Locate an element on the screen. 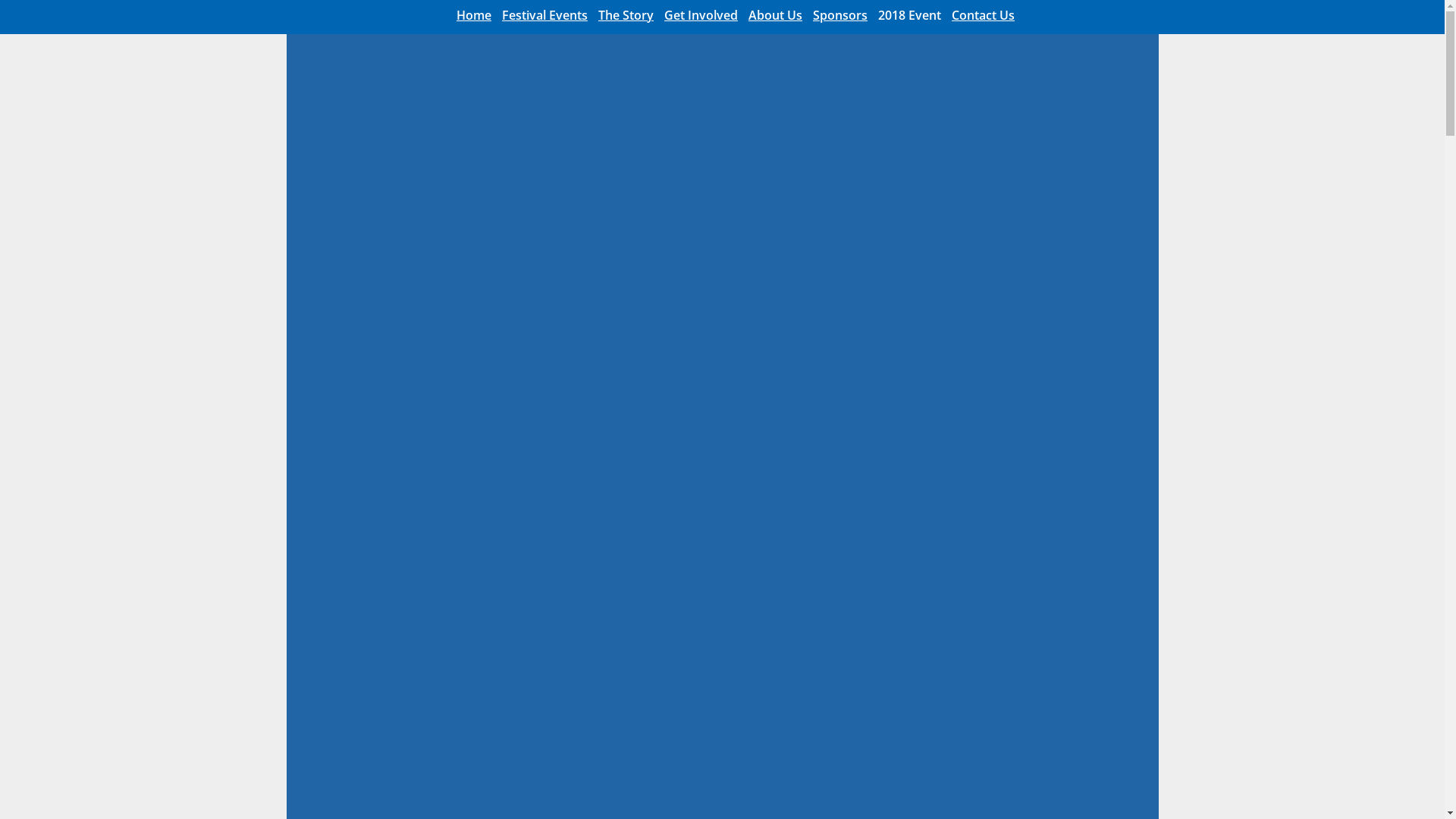 This screenshot has width=1456, height=819. 'Skip to primary navigation' is located at coordinates (0, 0).